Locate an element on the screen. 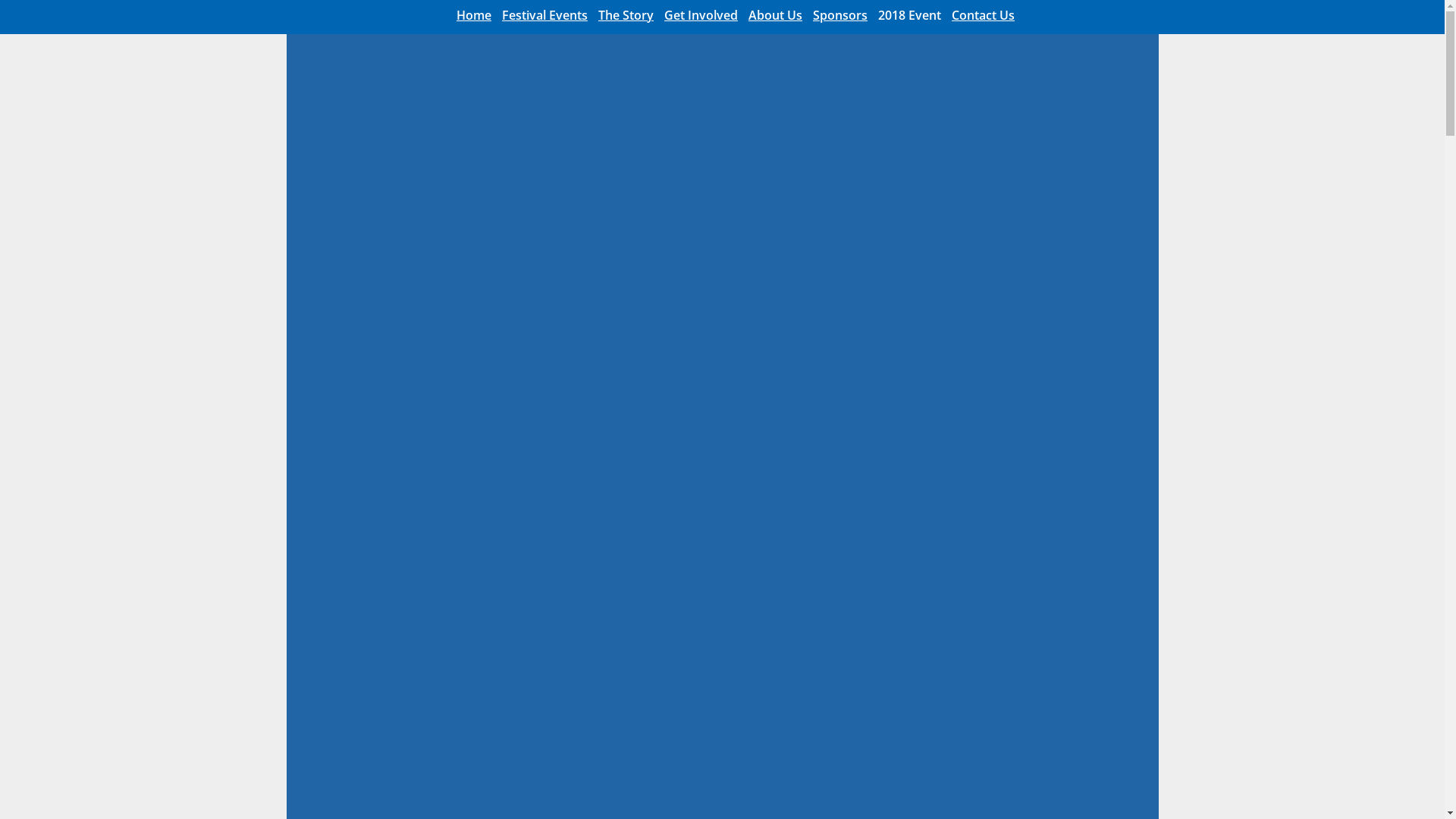 This screenshot has width=1456, height=819. 'Skip to primary navigation' is located at coordinates (0, 0).